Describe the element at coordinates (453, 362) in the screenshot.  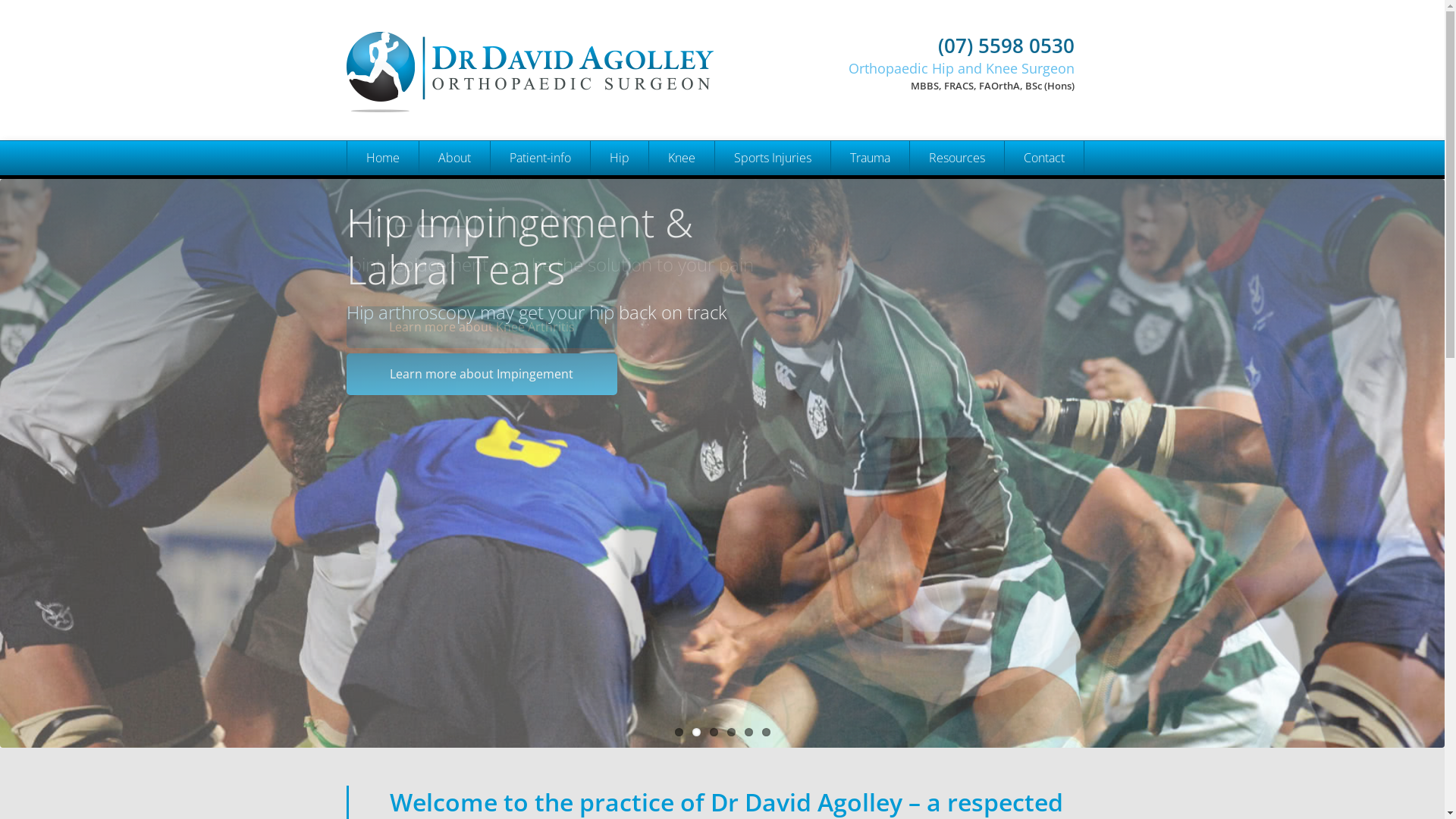
I see `'Health Professionals'` at that location.